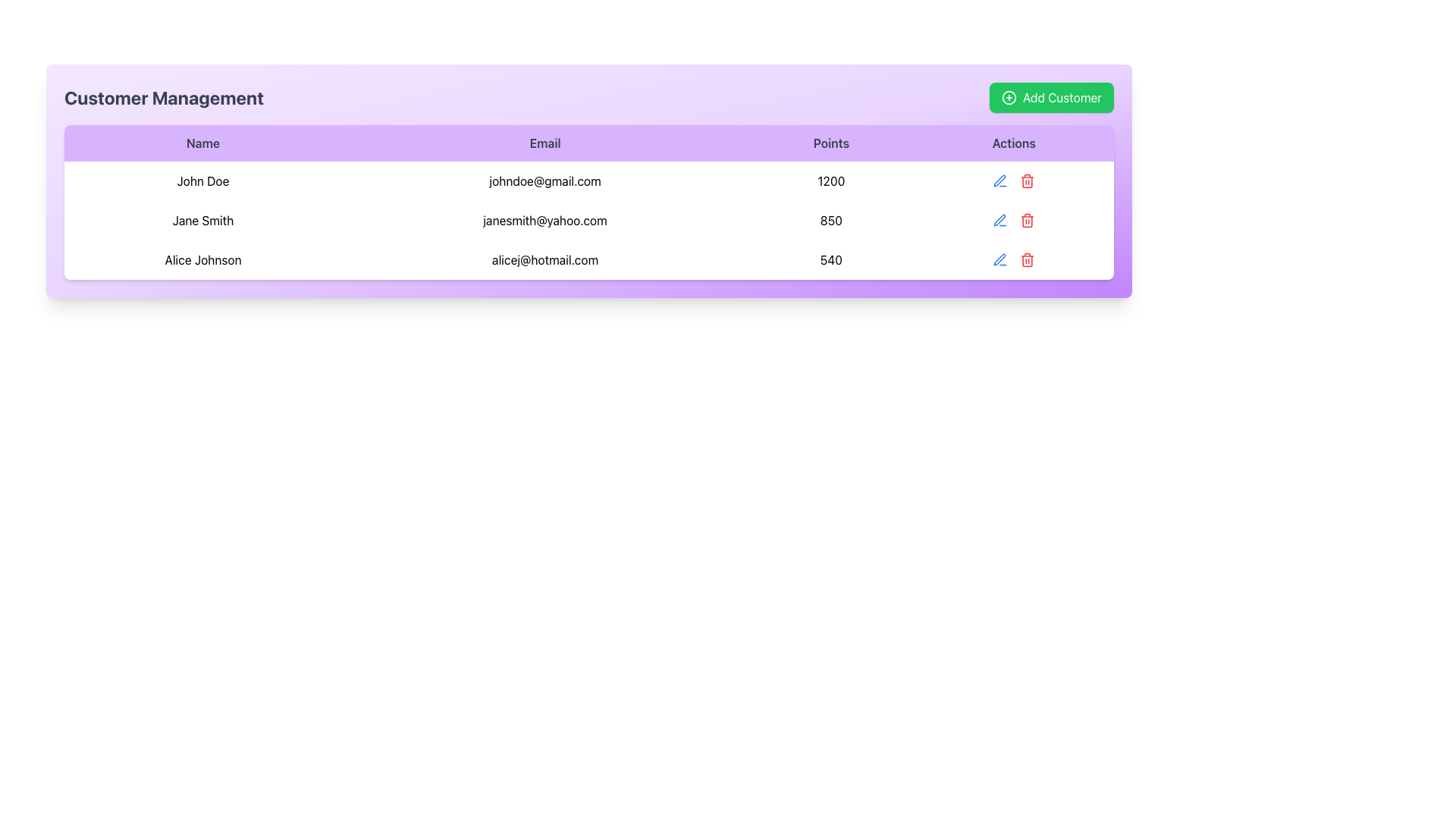 The width and height of the screenshot is (1456, 819). What do you see at coordinates (1000, 259) in the screenshot?
I see `the blue pen icon button located in the 'Actions' column of the last row in the customer data table` at bounding box center [1000, 259].